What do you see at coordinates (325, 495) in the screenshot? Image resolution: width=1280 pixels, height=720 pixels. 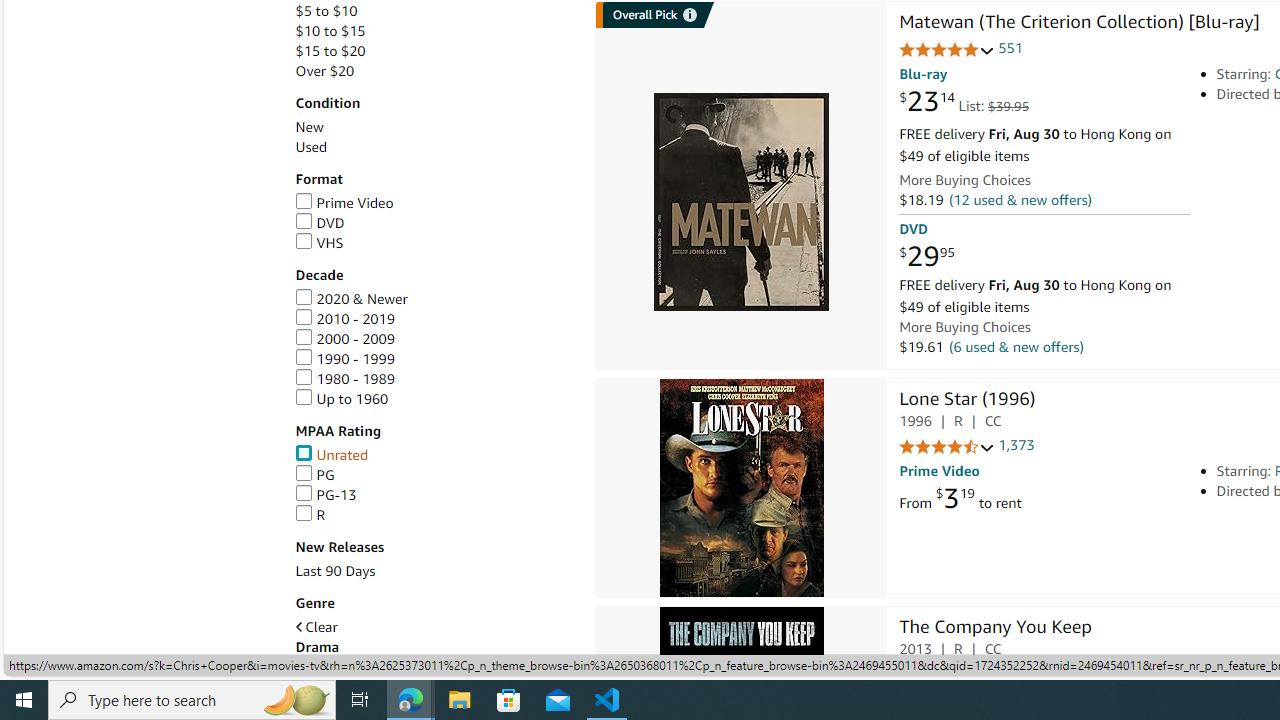 I see `'PG-13'` at bounding box center [325, 495].